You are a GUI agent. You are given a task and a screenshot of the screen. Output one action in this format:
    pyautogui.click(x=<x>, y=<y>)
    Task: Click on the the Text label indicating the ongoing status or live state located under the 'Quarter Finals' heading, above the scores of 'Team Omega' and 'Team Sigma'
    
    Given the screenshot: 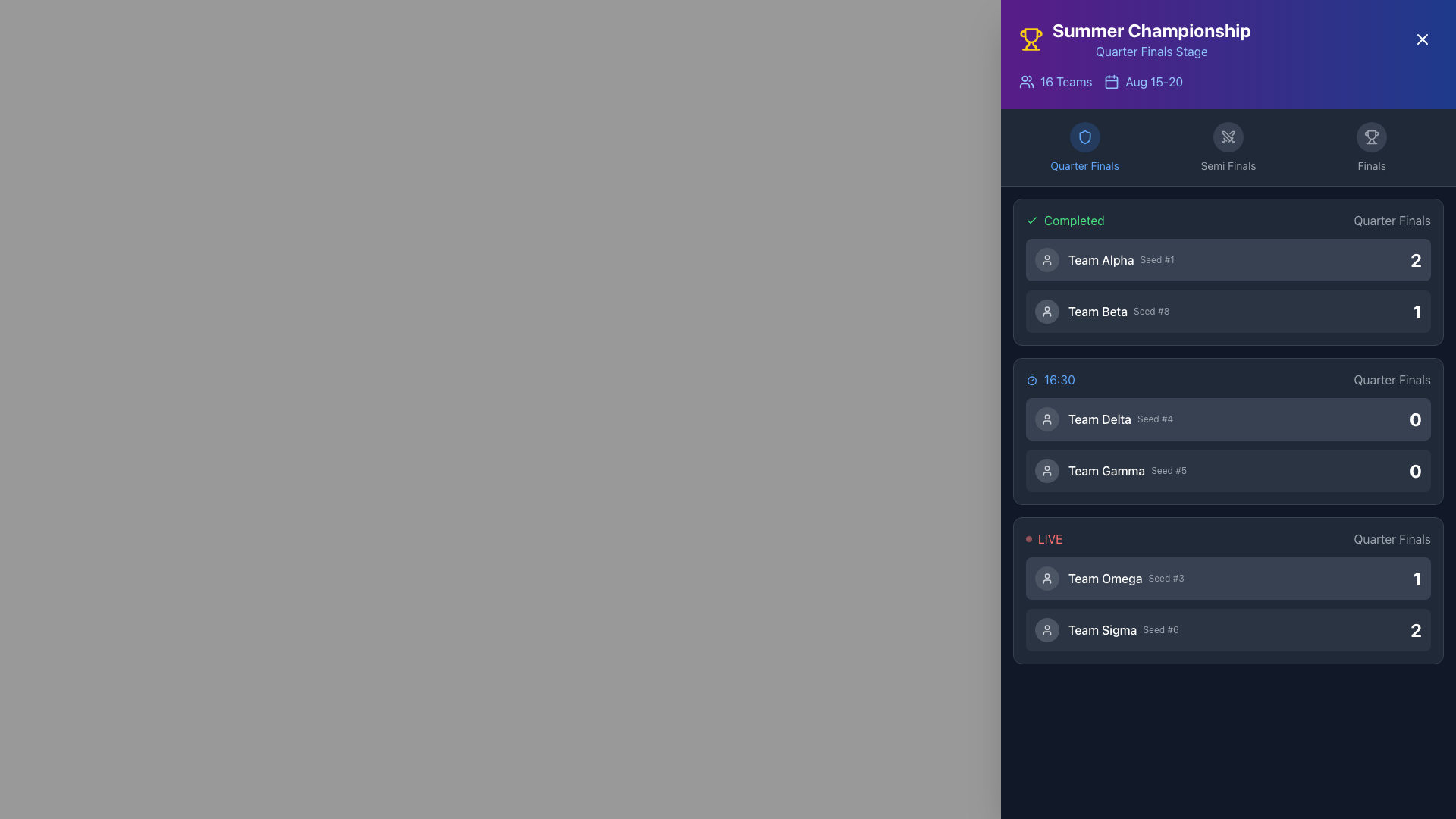 What is the action you would take?
    pyautogui.click(x=1043, y=538)
    